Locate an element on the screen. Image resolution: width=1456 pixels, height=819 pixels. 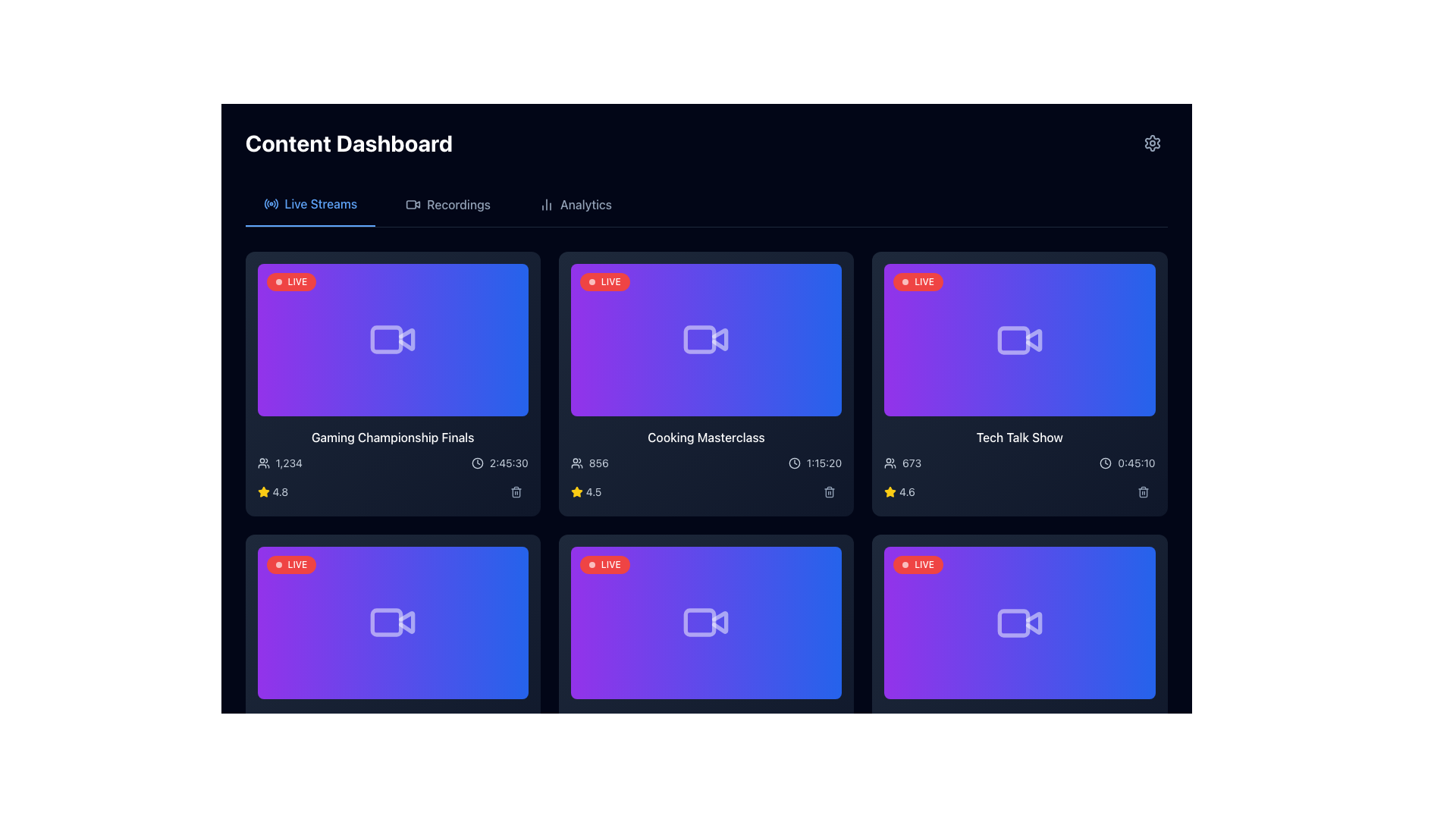
the clock icon located near the bottom right corner of the 'Gaming Championship Finals' content card in the 'Live Streams' section is located at coordinates (476, 462).